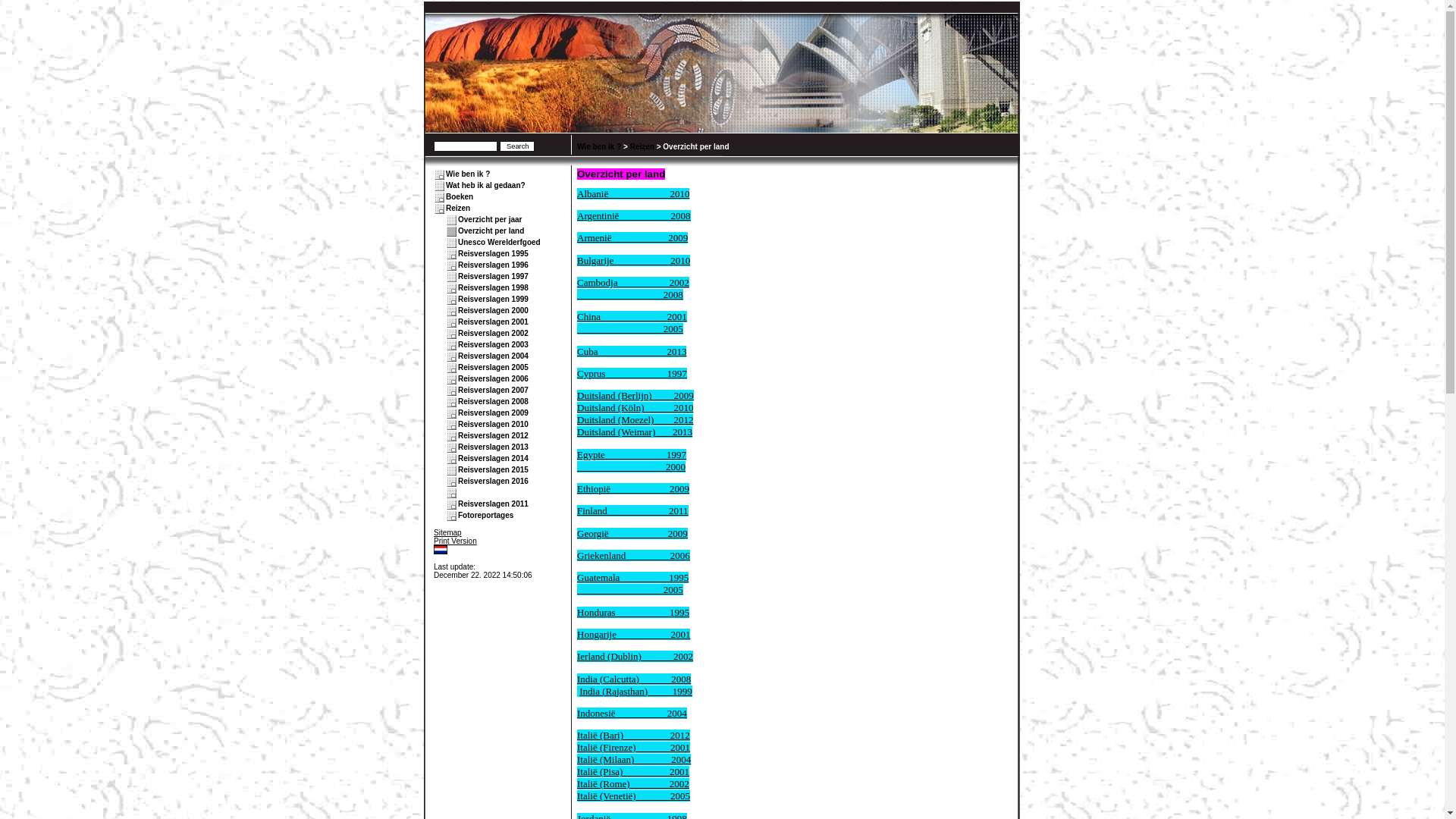  Describe the element at coordinates (629, 328) in the screenshot. I see `'                                   2005'` at that location.